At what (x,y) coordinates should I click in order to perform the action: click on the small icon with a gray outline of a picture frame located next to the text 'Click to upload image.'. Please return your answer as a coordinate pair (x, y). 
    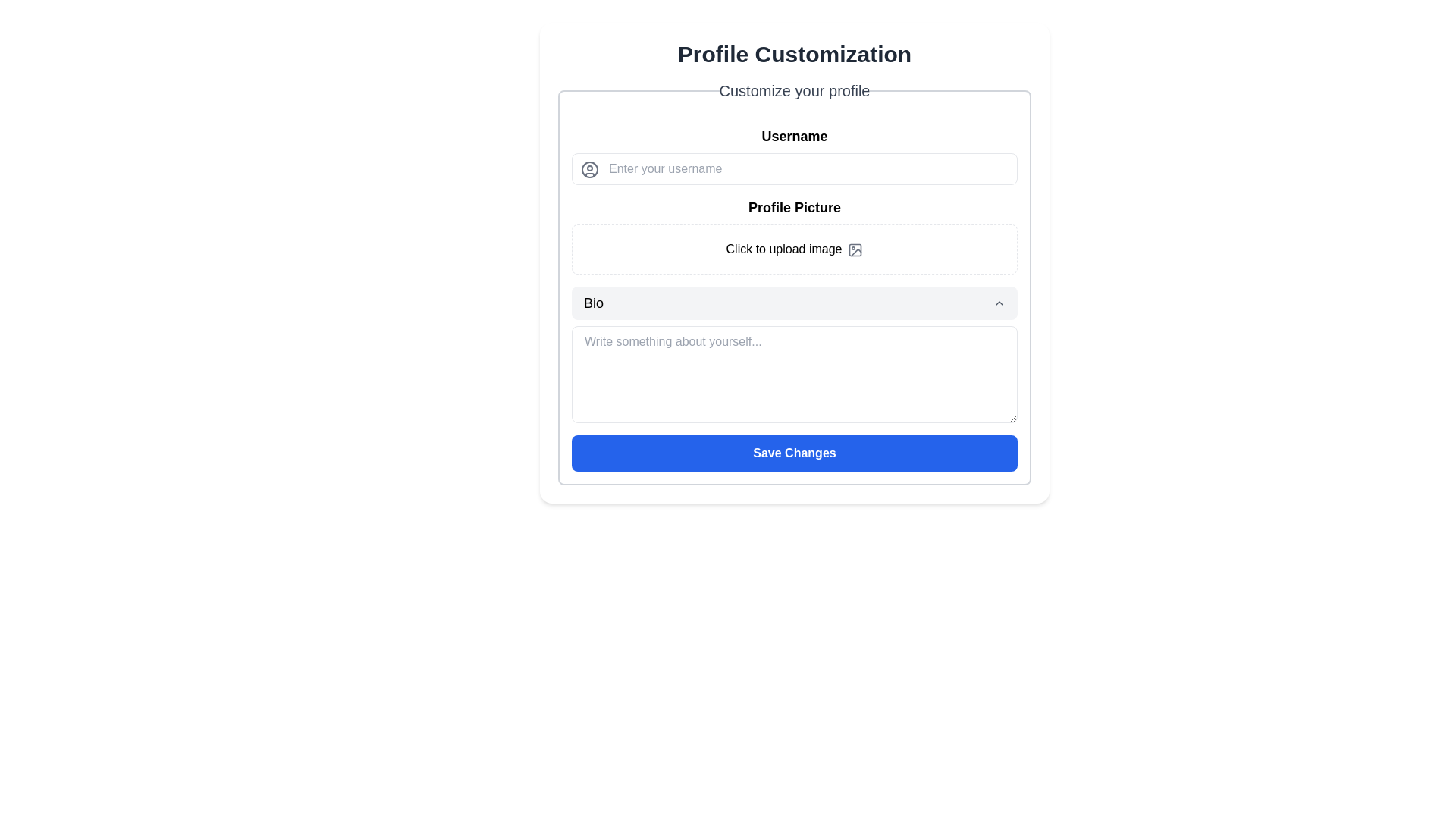
    Looking at the image, I should click on (855, 249).